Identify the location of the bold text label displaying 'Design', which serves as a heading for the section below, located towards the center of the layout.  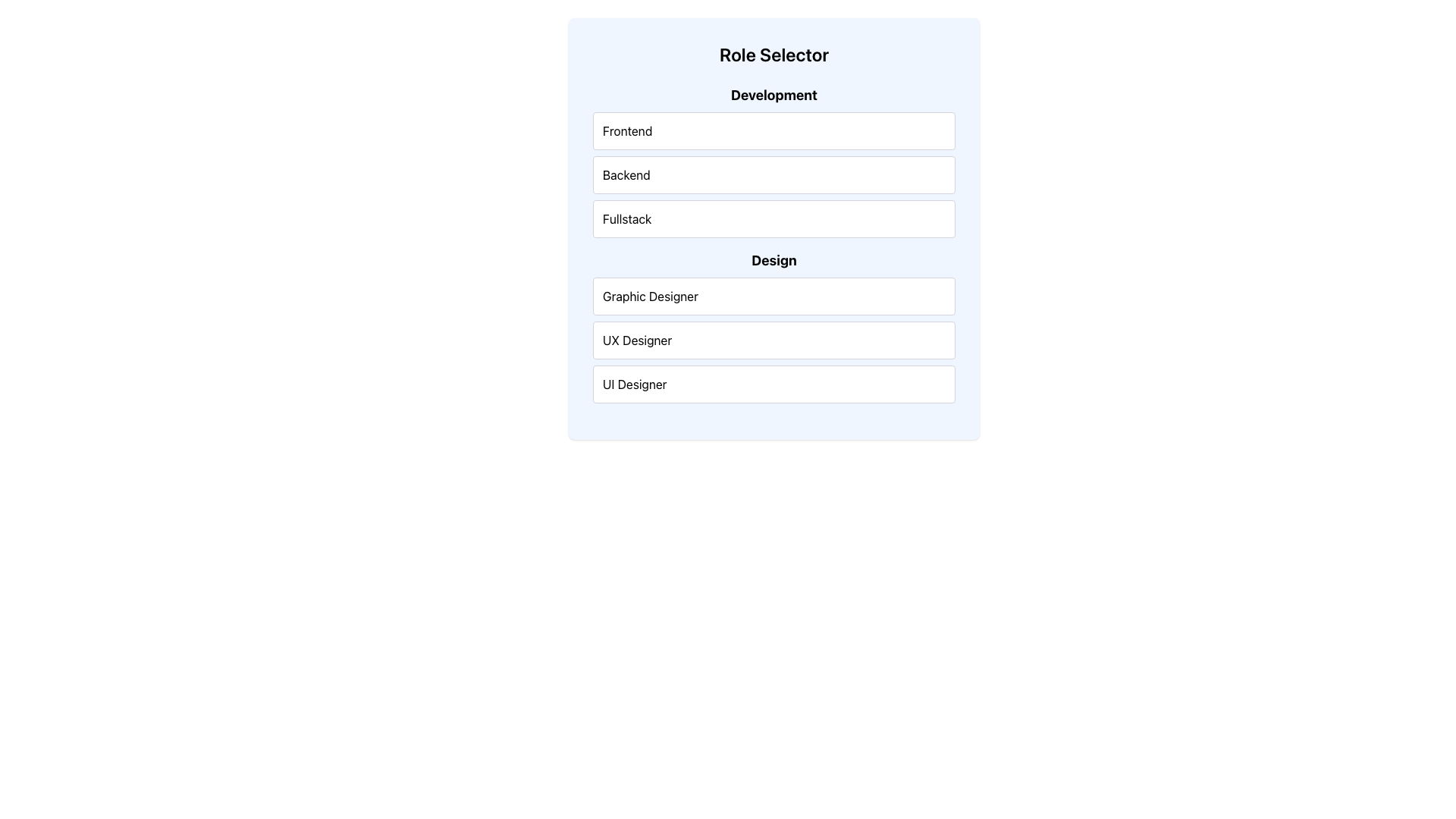
(774, 259).